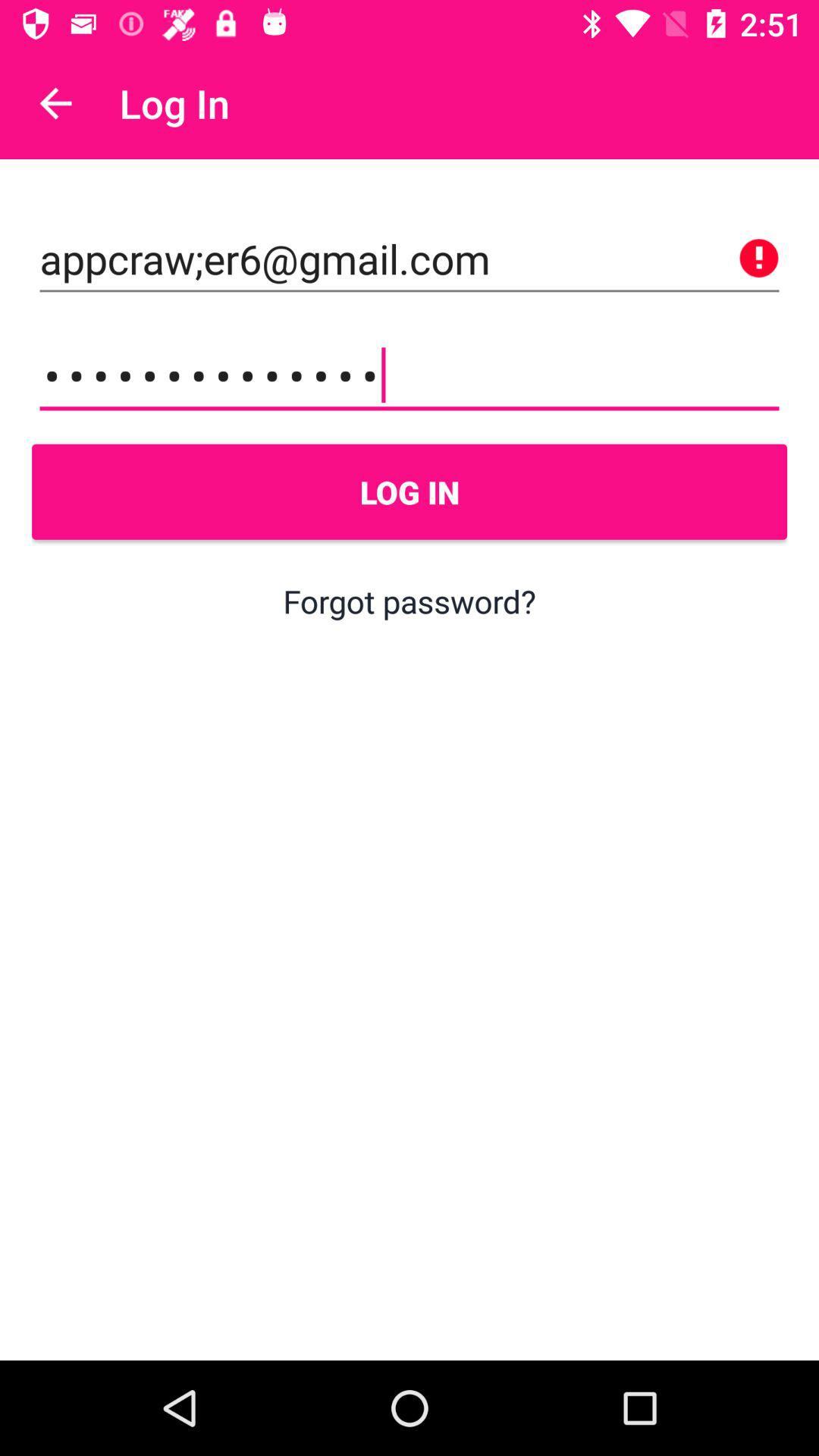  Describe the element at coordinates (55, 102) in the screenshot. I see `icon next to log in` at that location.